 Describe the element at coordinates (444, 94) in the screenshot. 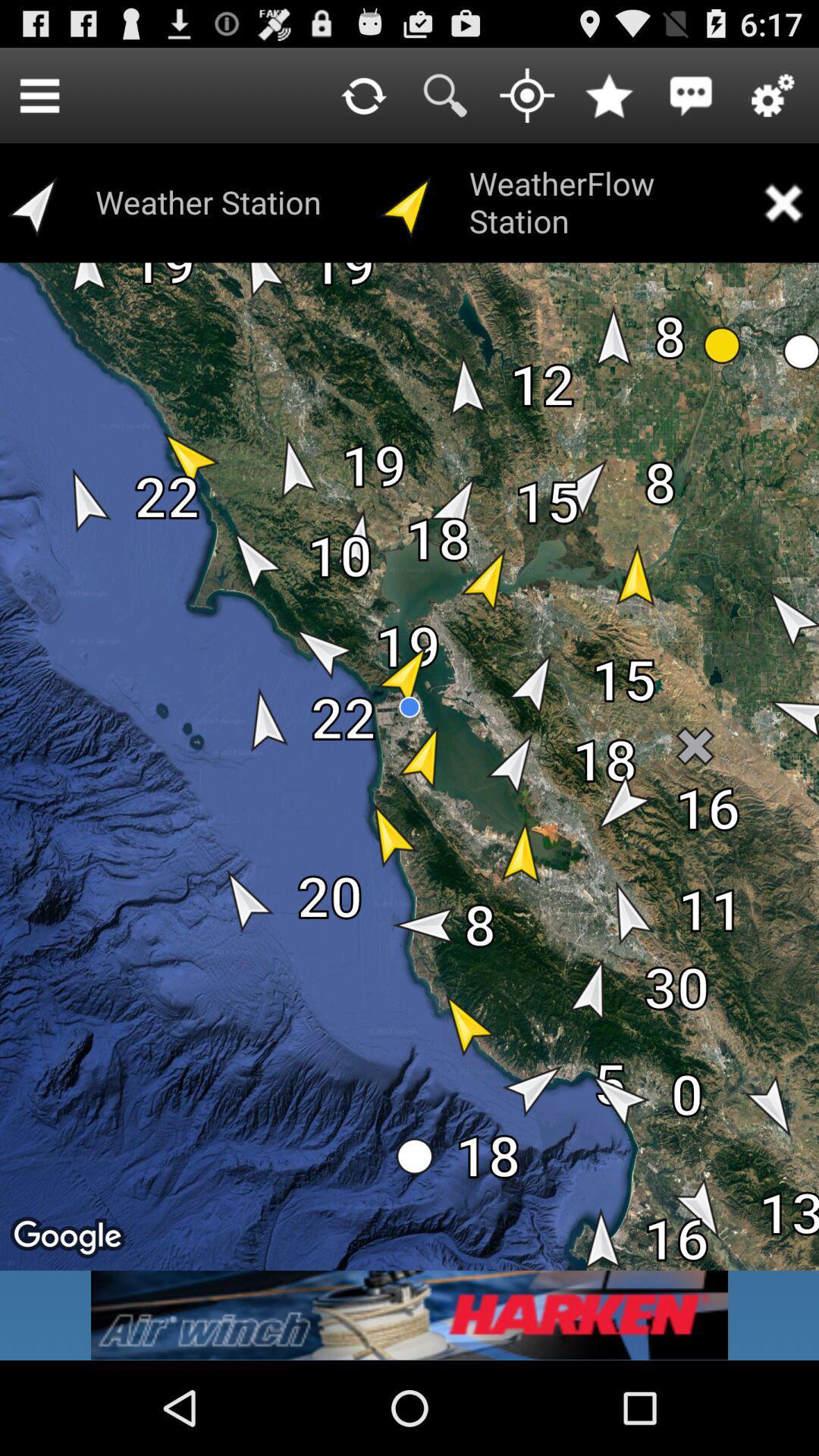

I see `open search bar` at that location.